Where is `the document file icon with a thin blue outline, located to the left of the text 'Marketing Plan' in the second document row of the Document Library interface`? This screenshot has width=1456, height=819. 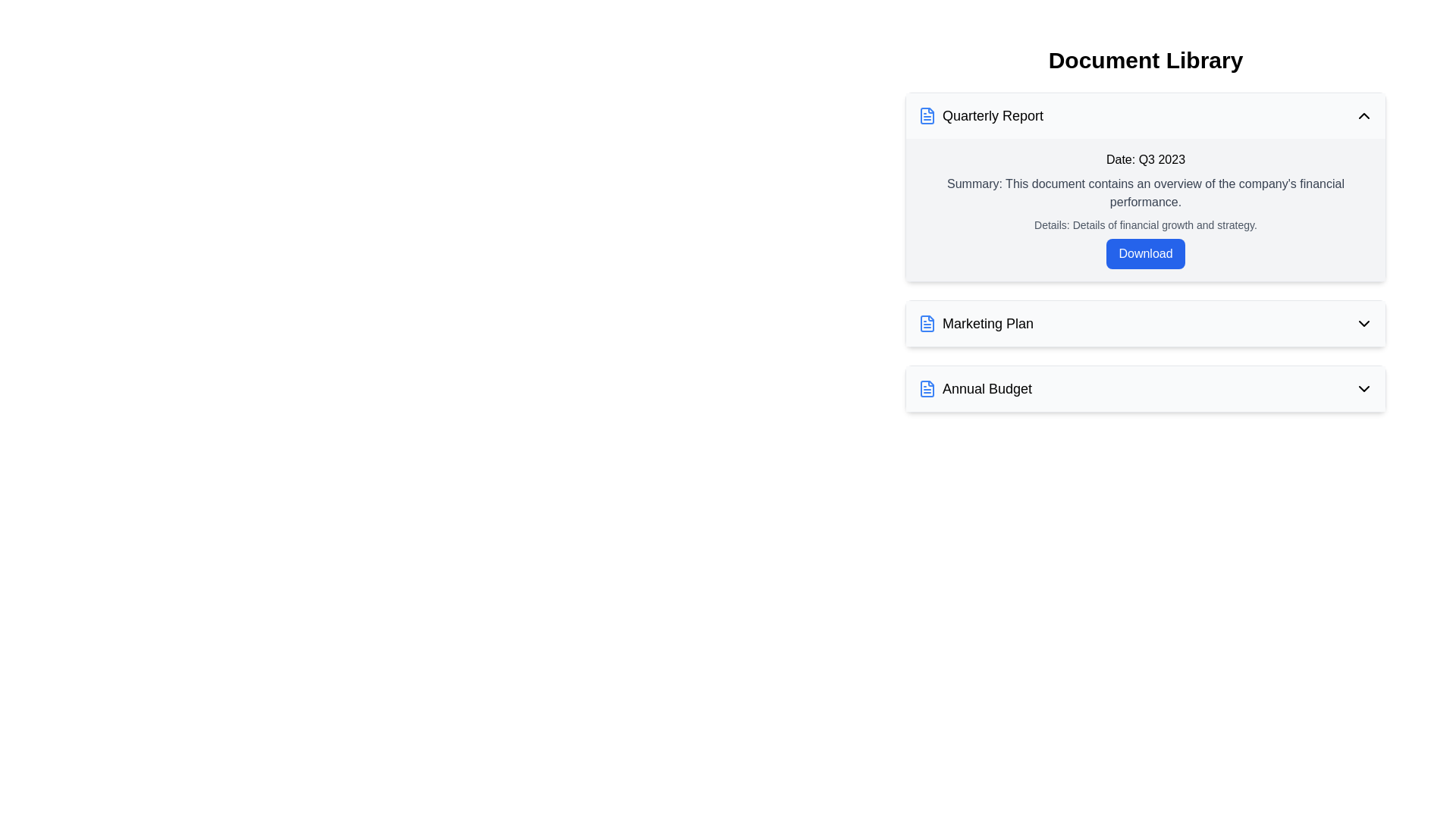
the document file icon with a thin blue outline, located to the left of the text 'Marketing Plan' in the second document row of the Document Library interface is located at coordinates (927, 323).